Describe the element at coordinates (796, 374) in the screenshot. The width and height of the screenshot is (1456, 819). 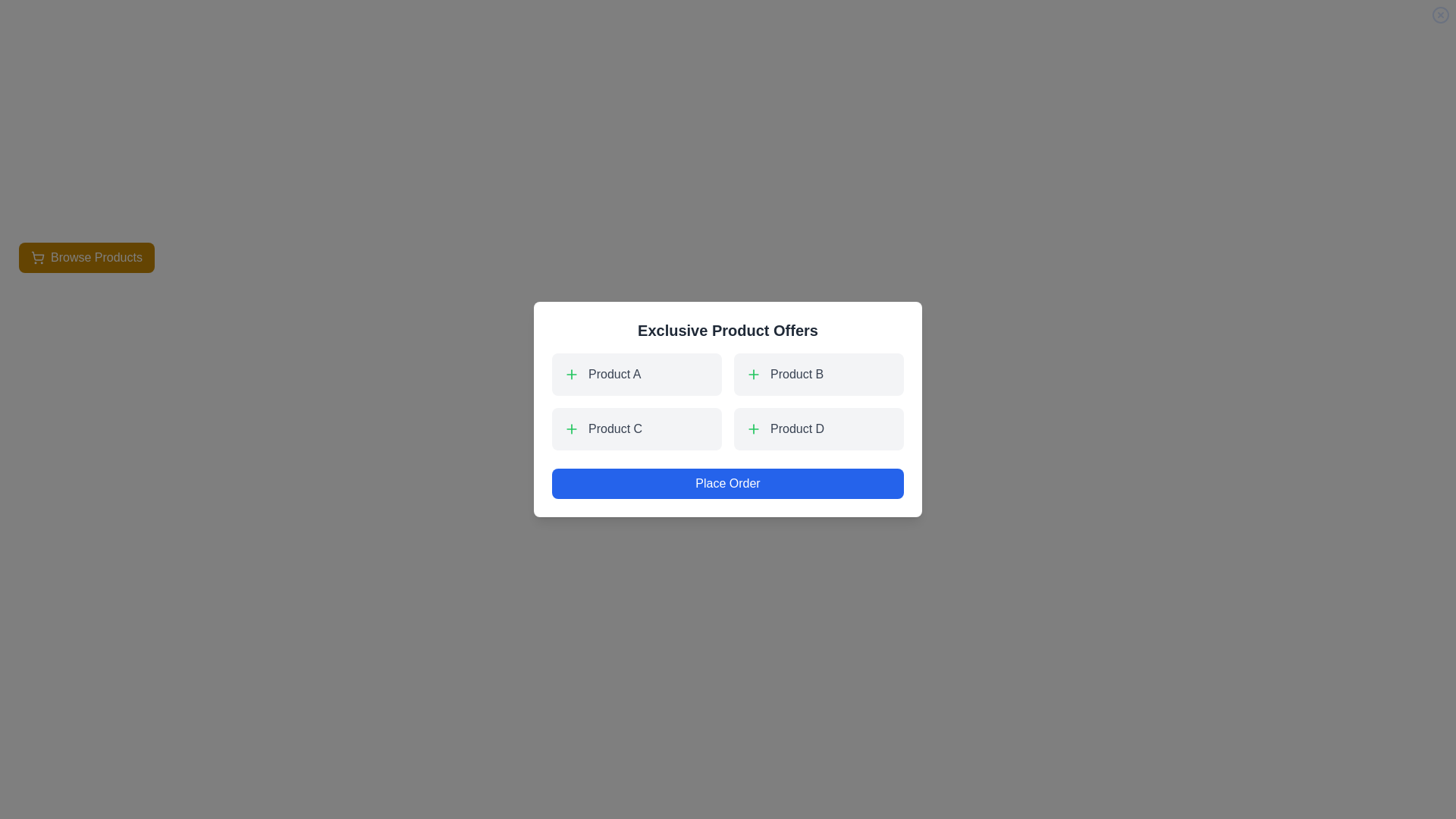
I see `the text label displaying 'Product B' in gray font, located in the upper-right area of the dialog box 'Exclusive Product Offers', next to a green-colored plus sign icon` at that location.